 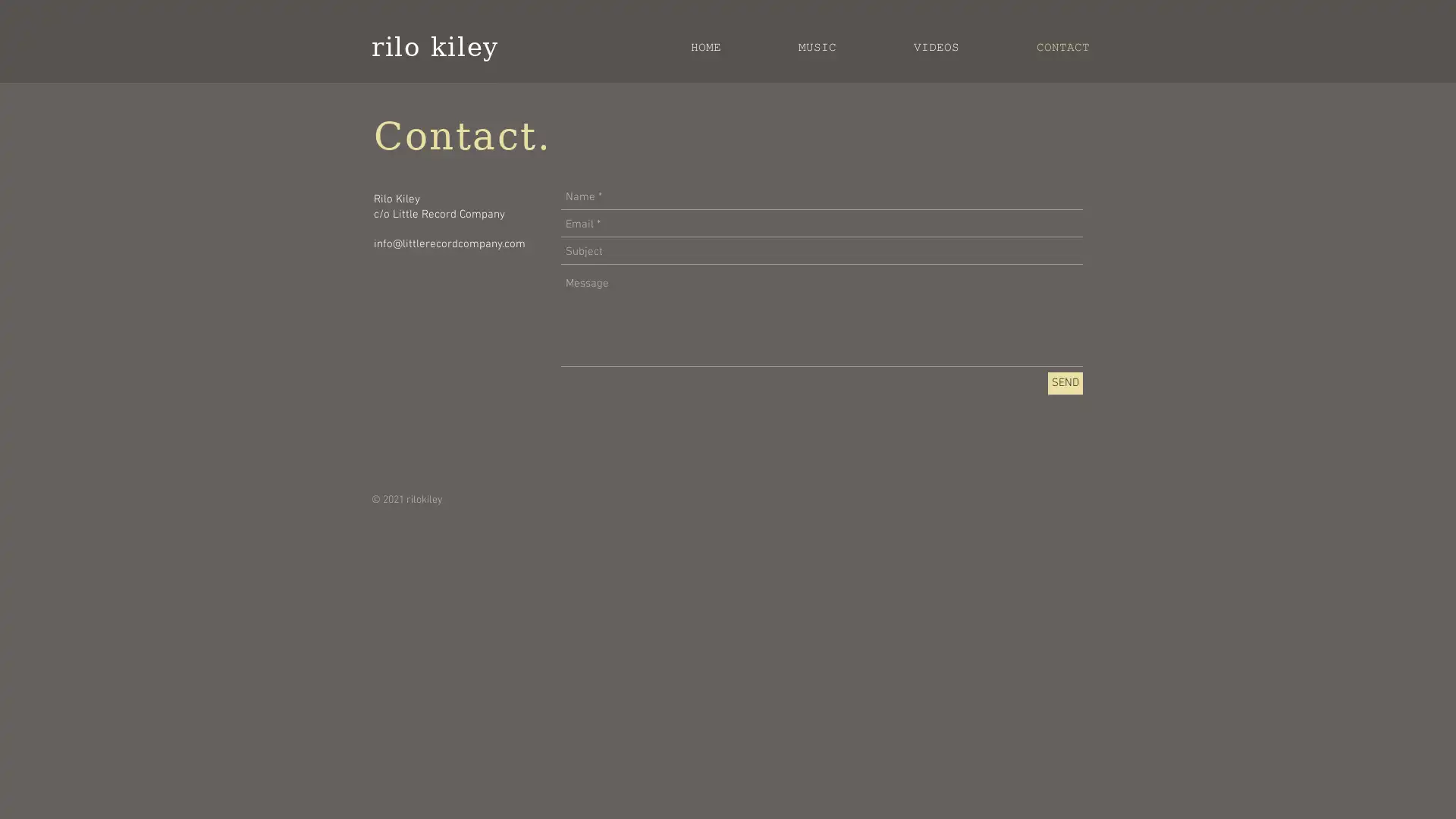 I want to click on SEND, so click(x=1065, y=382).